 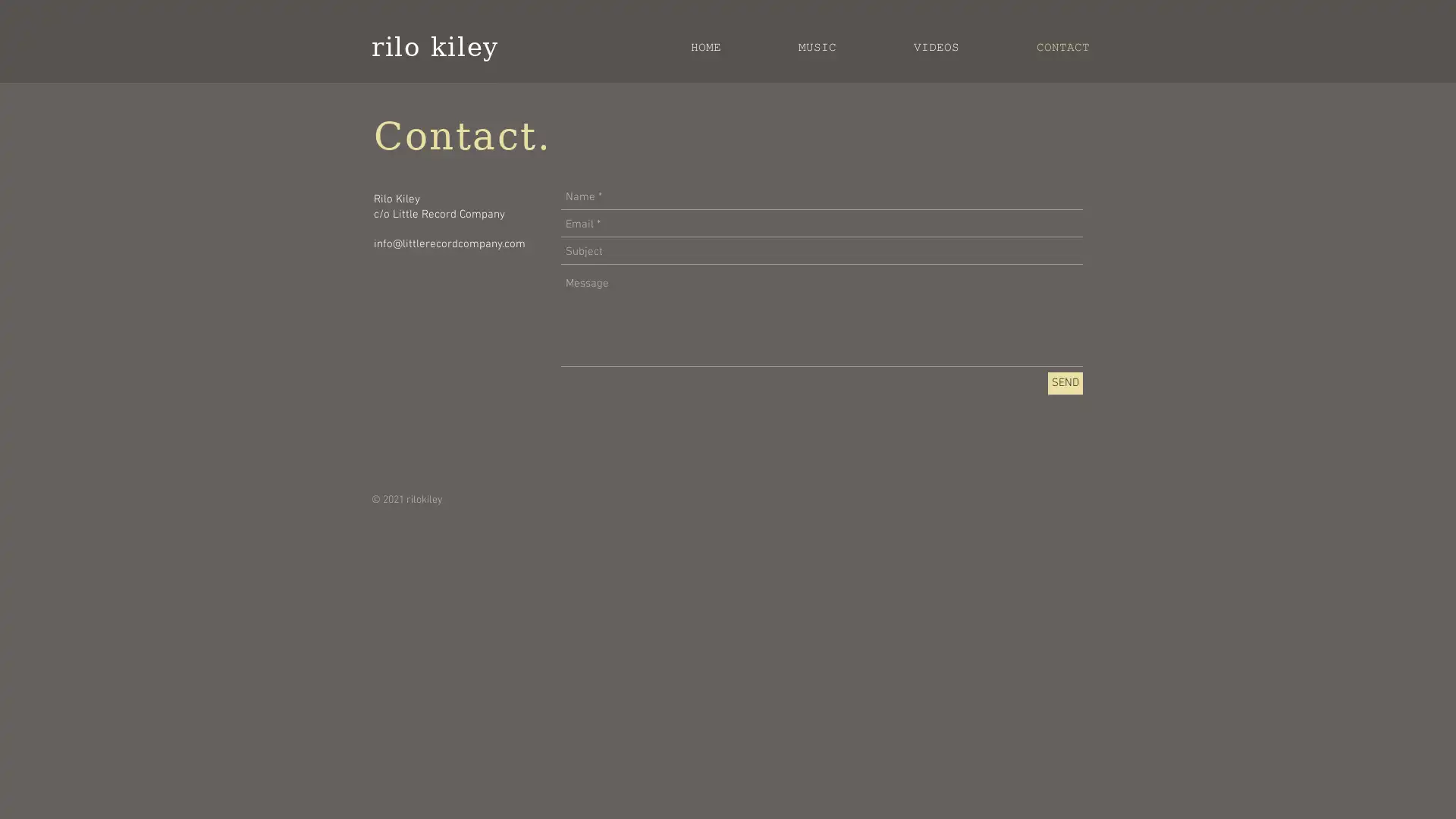 I want to click on SEND, so click(x=1065, y=382).